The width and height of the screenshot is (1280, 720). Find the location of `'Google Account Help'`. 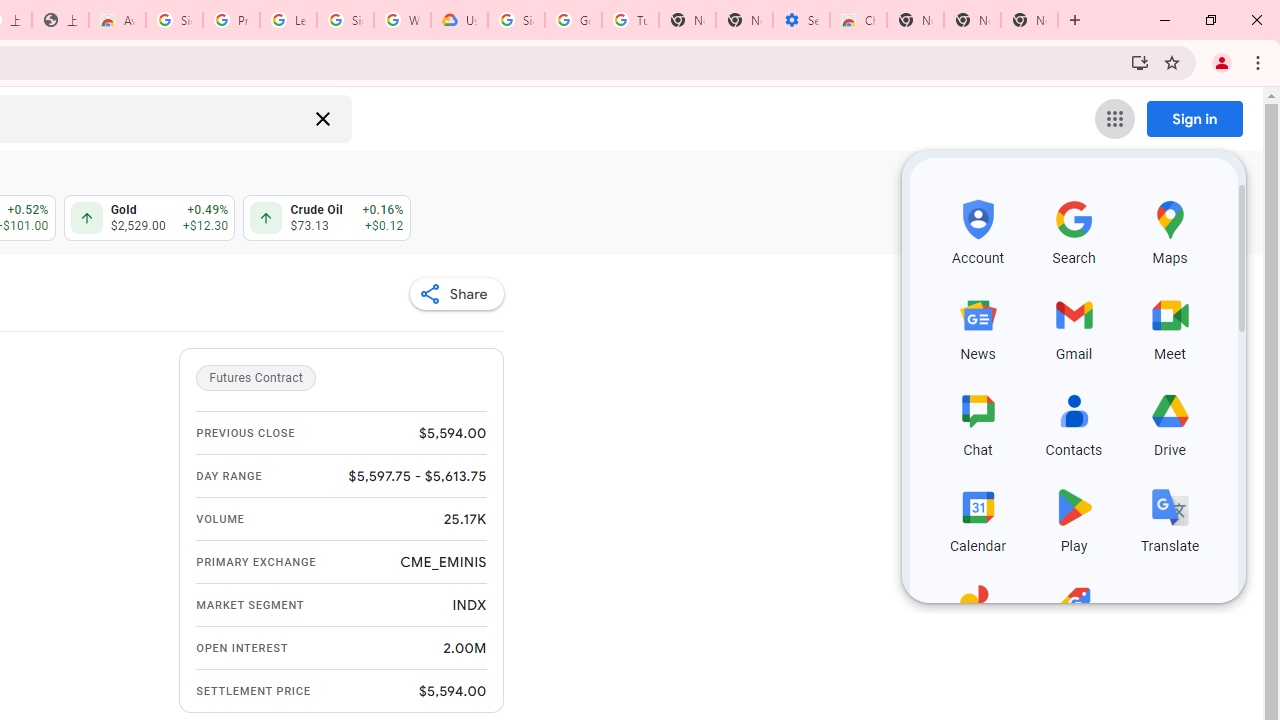

'Google Account Help' is located at coordinates (572, 20).